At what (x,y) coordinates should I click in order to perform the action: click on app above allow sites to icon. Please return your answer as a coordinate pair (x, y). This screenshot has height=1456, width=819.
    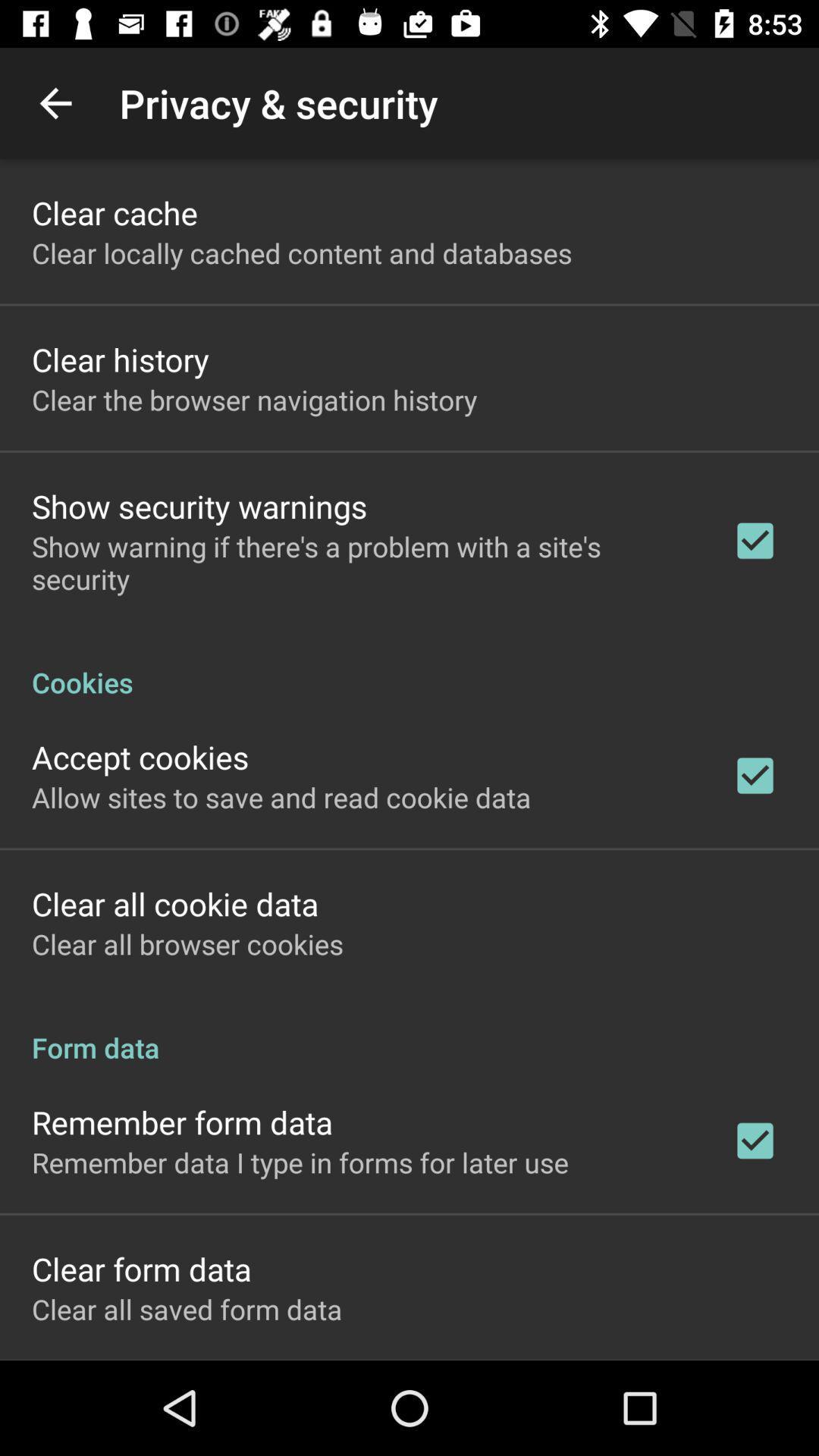
    Looking at the image, I should click on (140, 757).